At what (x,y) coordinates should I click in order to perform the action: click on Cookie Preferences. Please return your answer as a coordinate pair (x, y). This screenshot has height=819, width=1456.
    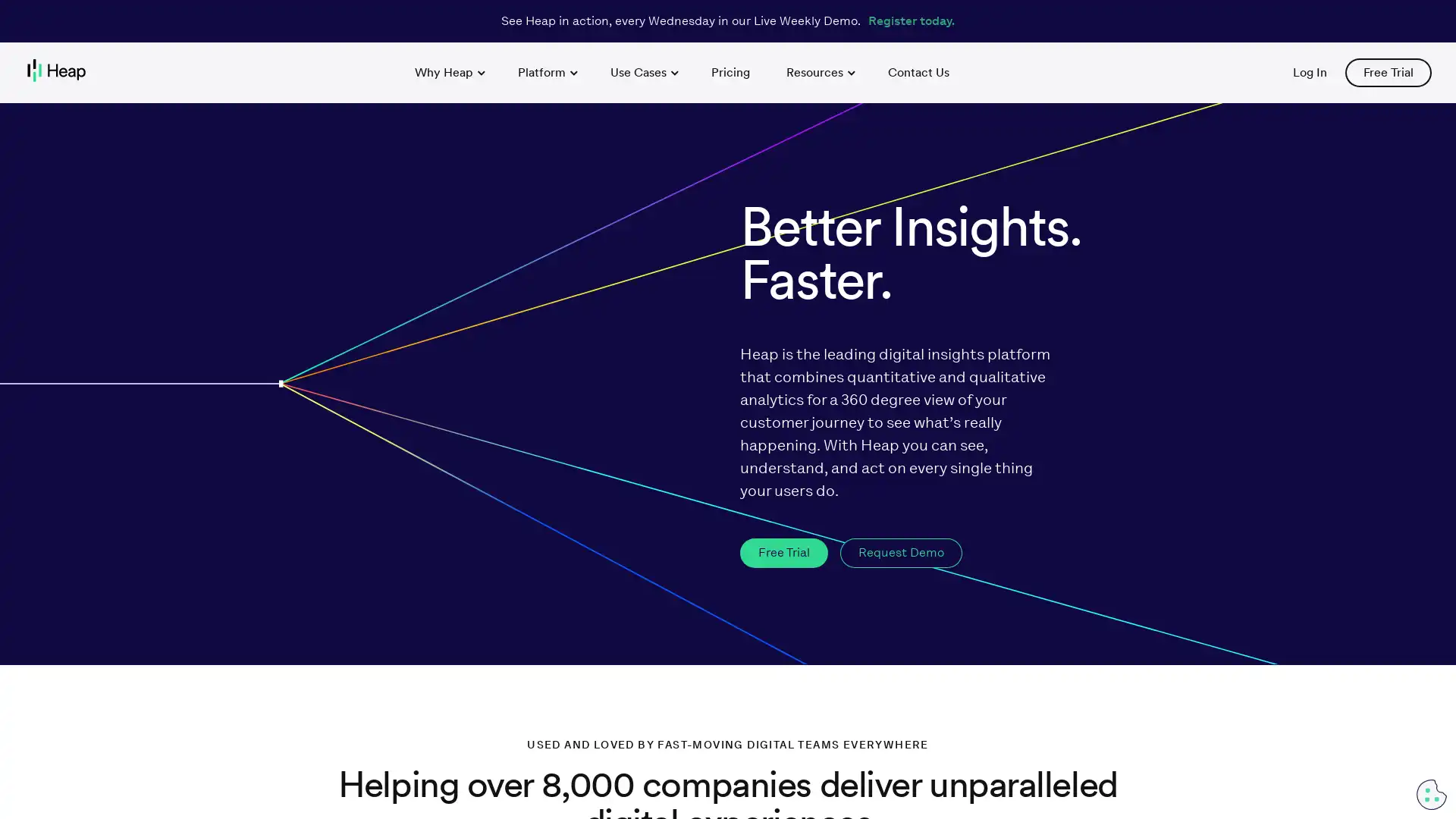
    Looking at the image, I should click on (1430, 794).